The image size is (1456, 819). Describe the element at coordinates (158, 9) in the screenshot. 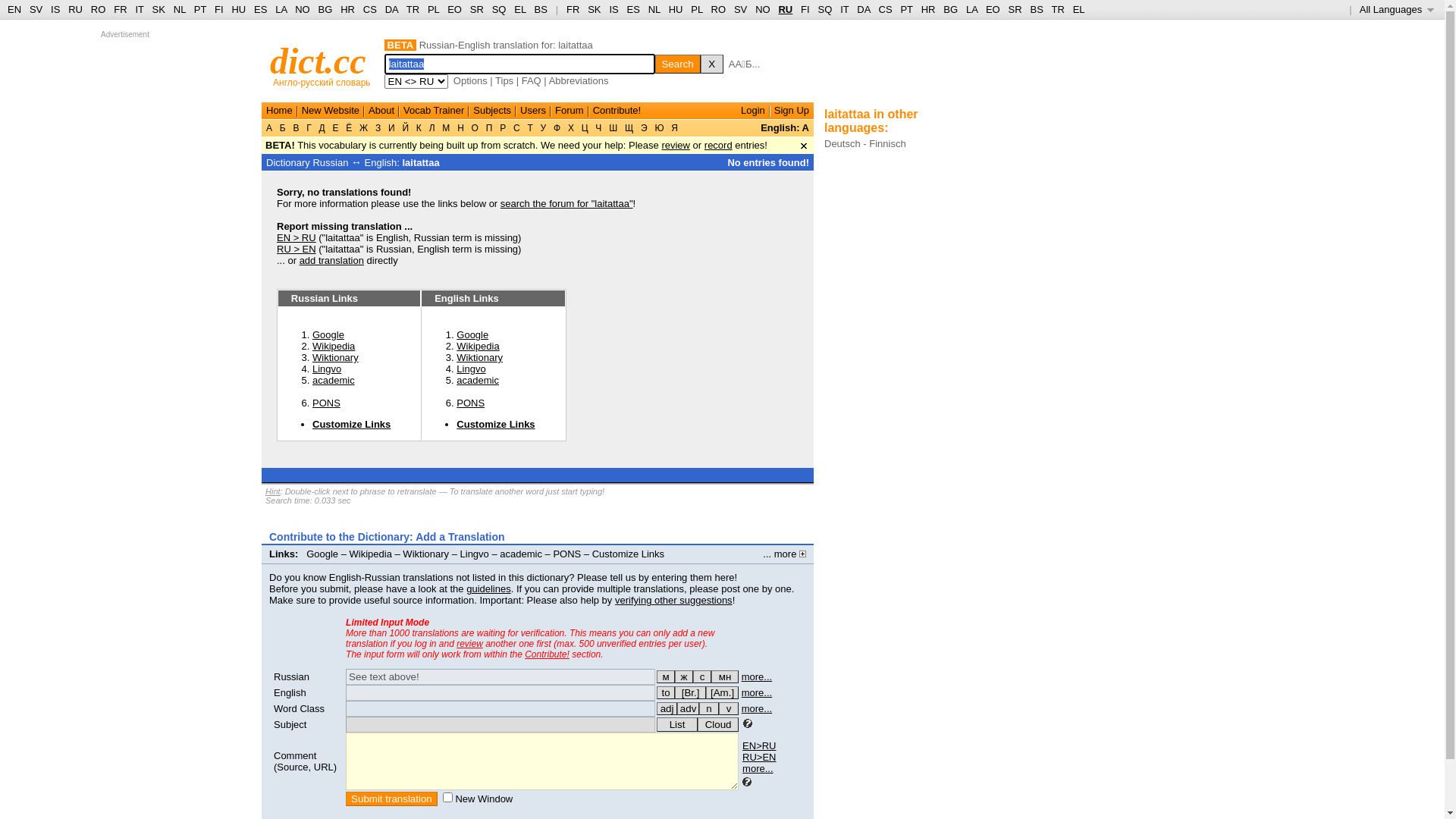

I see `'SK'` at that location.